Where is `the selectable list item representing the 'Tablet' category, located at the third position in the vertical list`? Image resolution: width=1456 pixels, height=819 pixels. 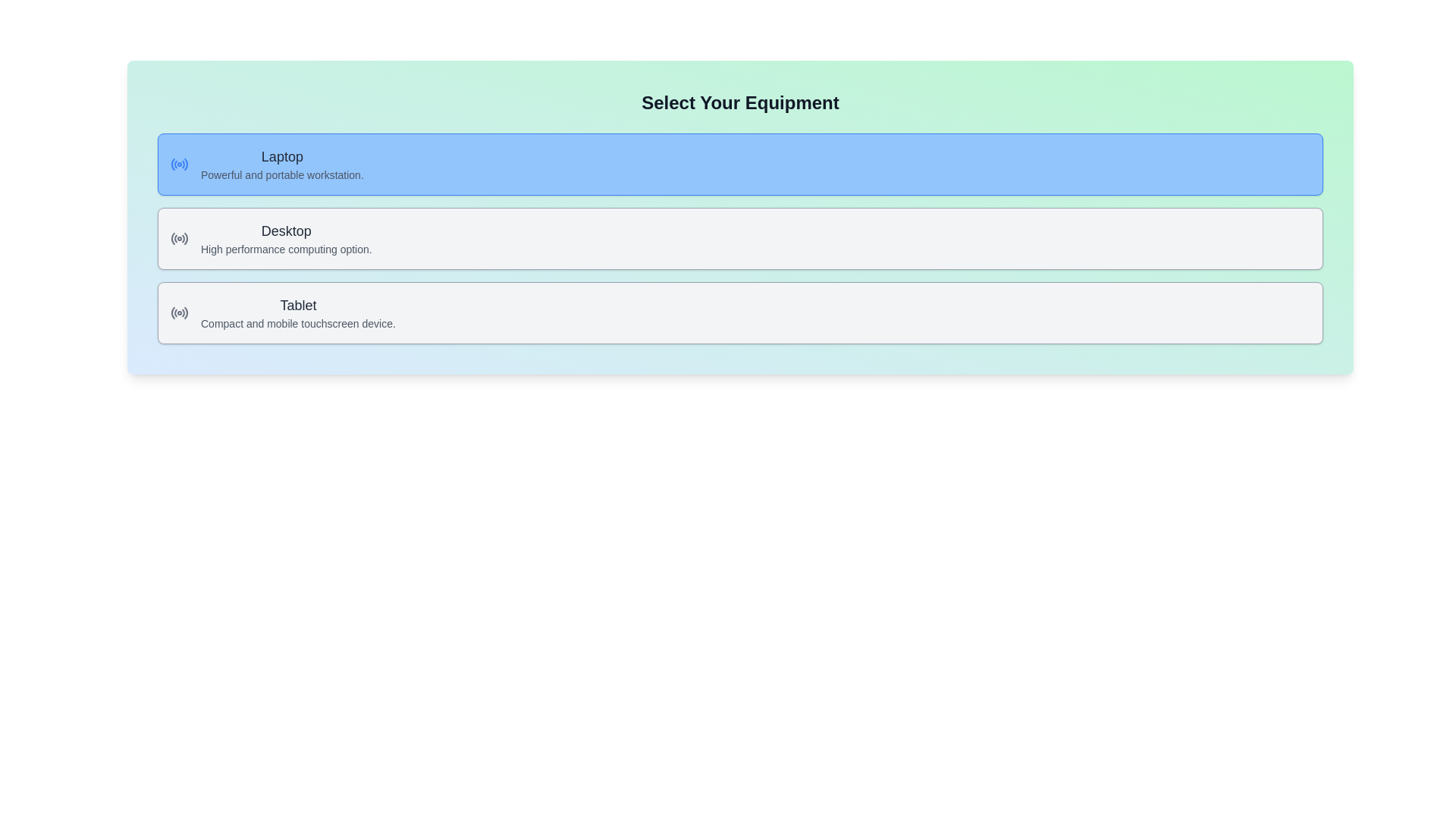 the selectable list item representing the 'Tablet' category, located at the third position in the vertical list is located at coordinates (740, 312).